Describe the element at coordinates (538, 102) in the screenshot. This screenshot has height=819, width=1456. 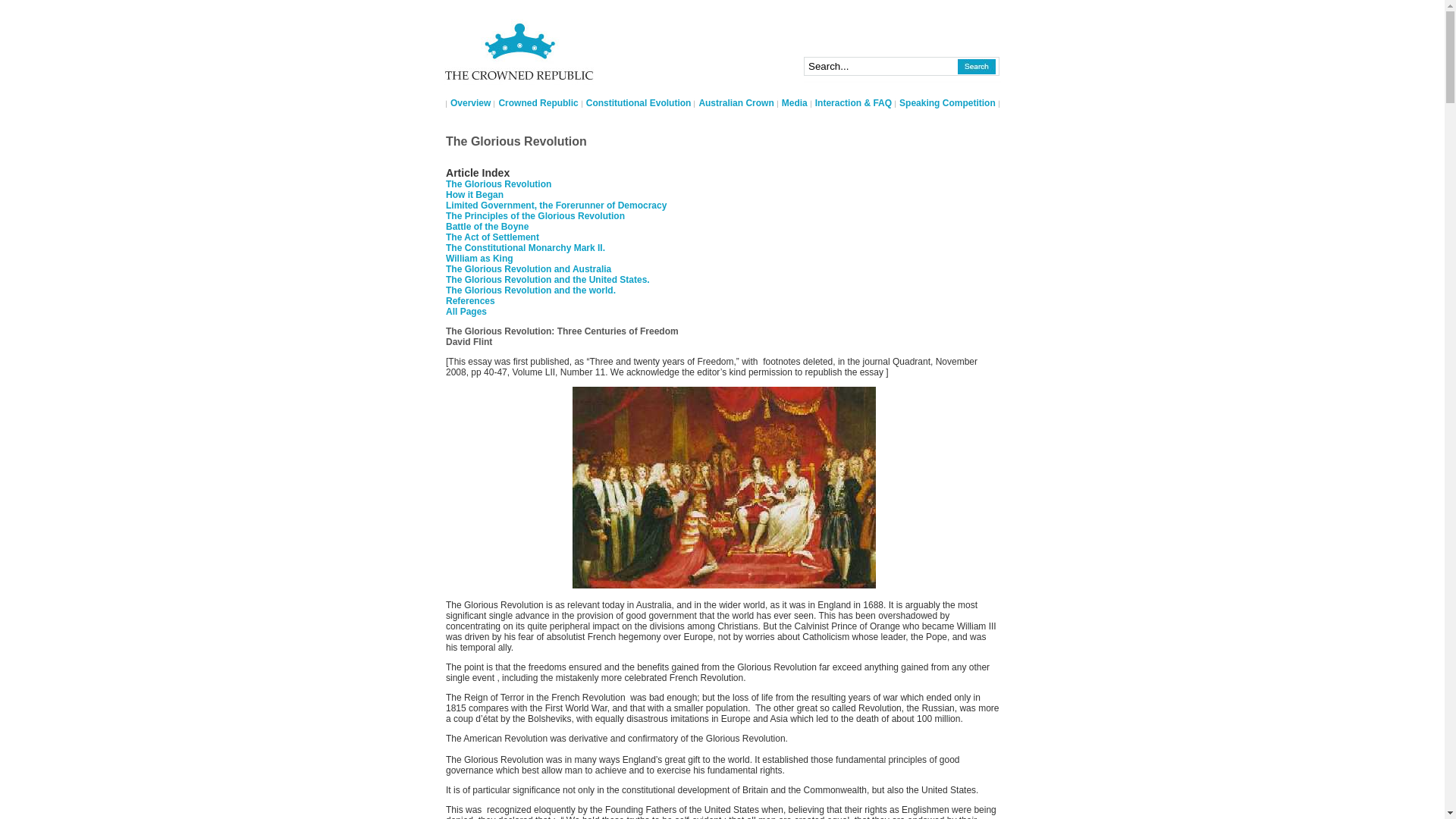
I see `'Crowned Republic'` at that location.